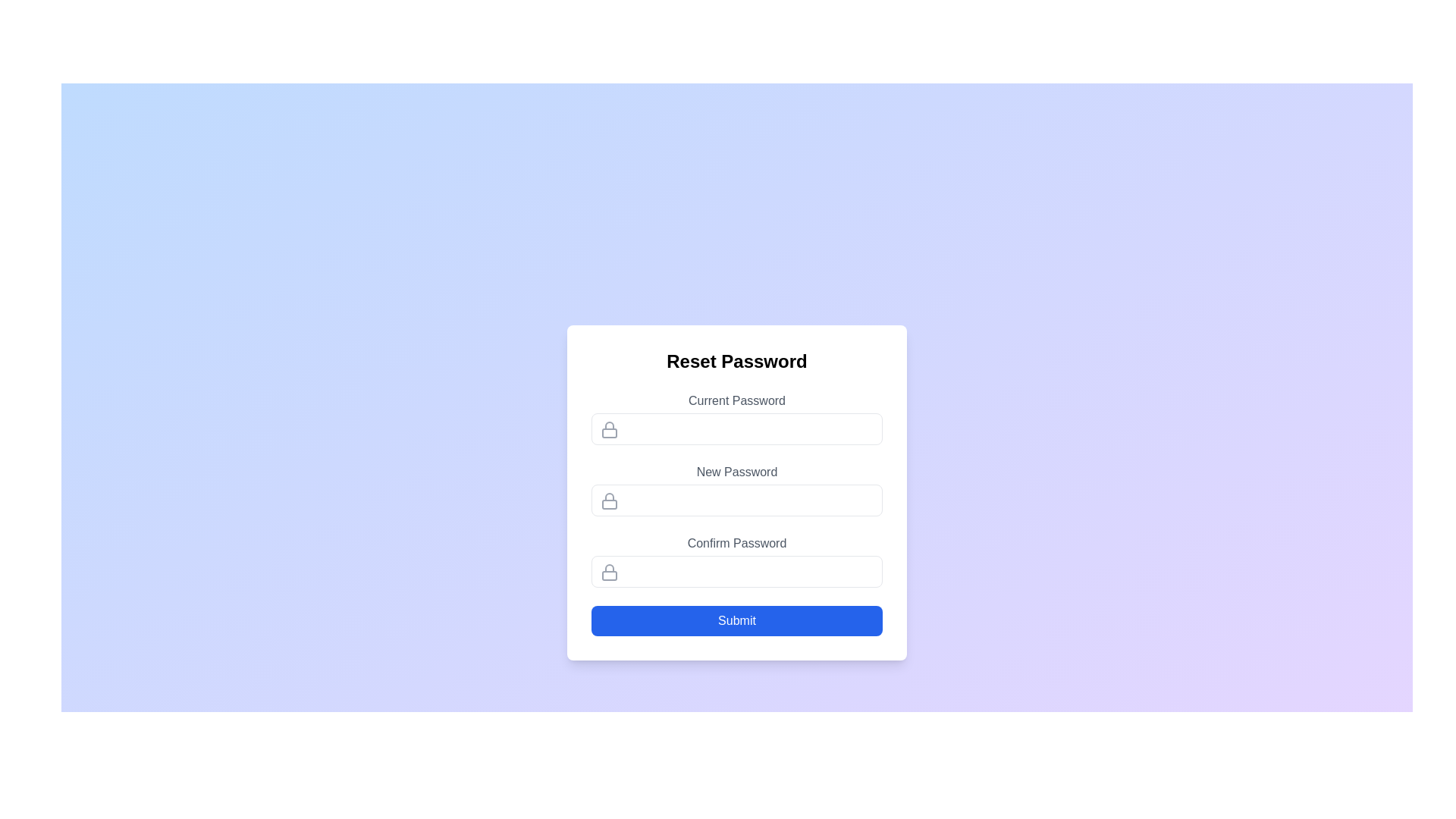 This screenshot has width=1456, height=819. What do you see at coordinates (610, 504) in the screenshot?
I see `the lower portion of the gray lock icon, which is a rounded rectangle located below the lock's shackle and next to the 'New Password' input field` at bounding box center [610, 504].